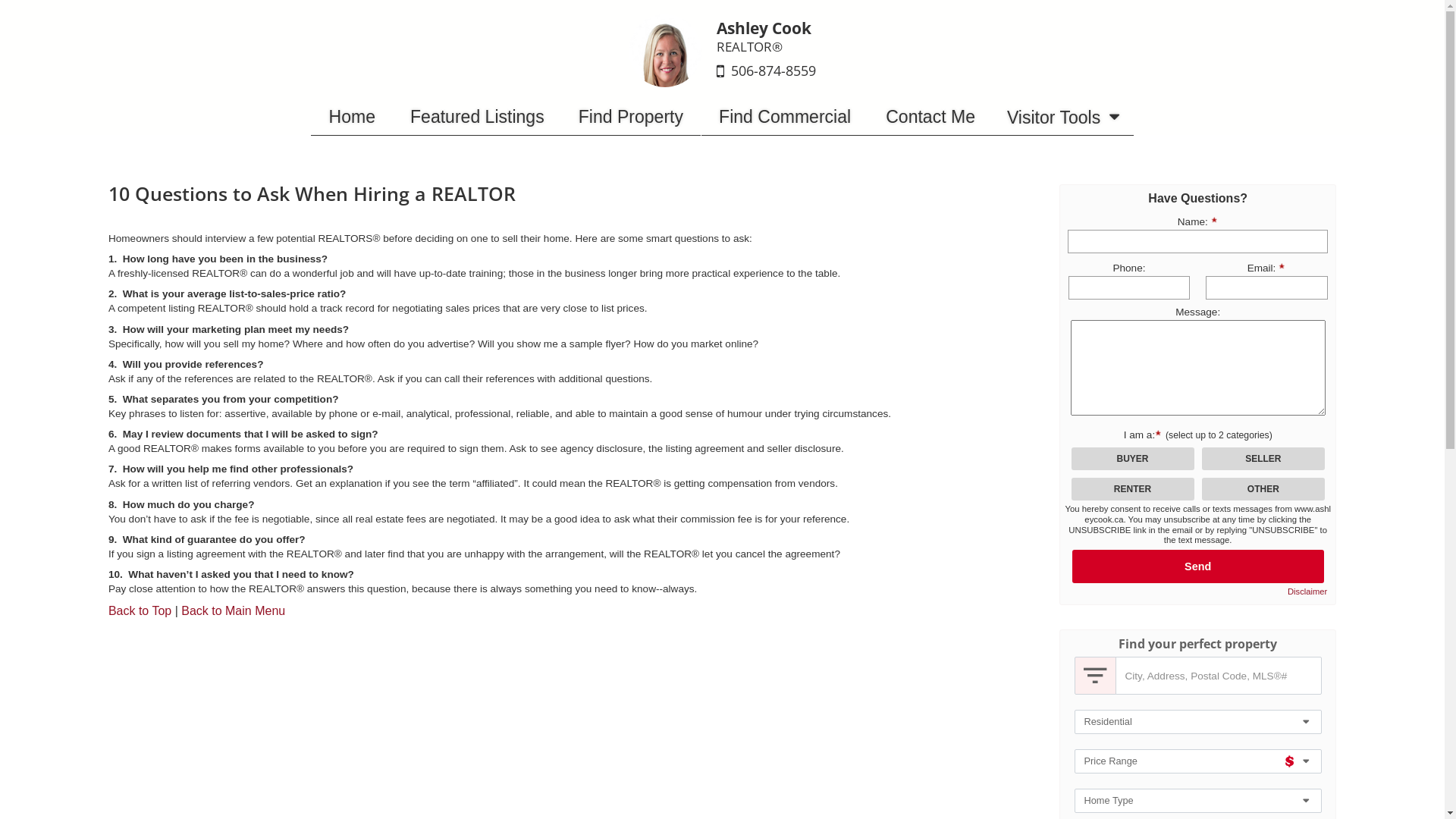 The image size is (1456, 819). Describe the element at coordinates (1197, 800) in the screenshot. I see `'Home Type'` at that location.